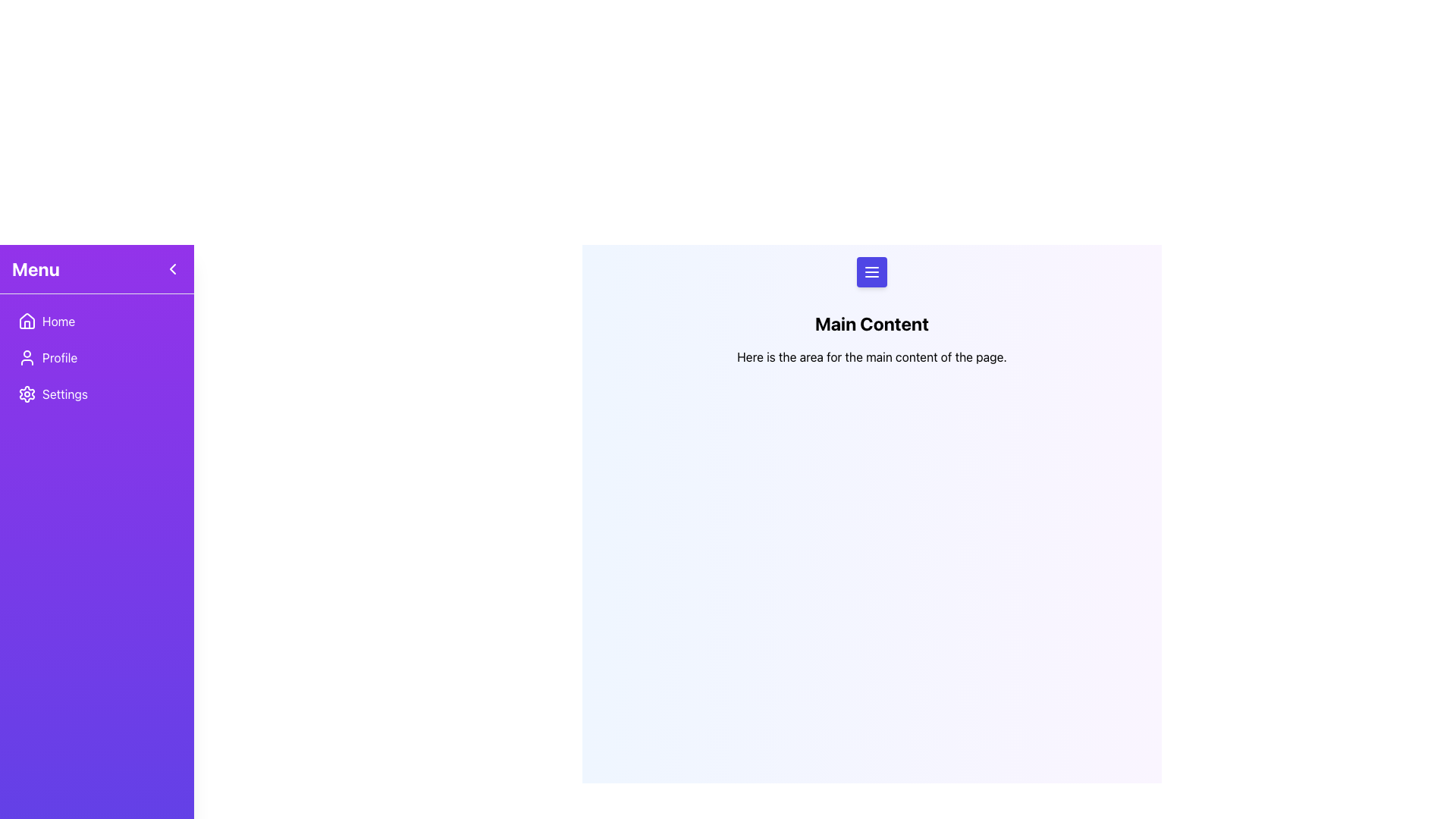  What do you see at coordinates (96, 394) in the screenshot?
I see `the 'Settings' button in the sidebar` at bounding box center [96, 394].